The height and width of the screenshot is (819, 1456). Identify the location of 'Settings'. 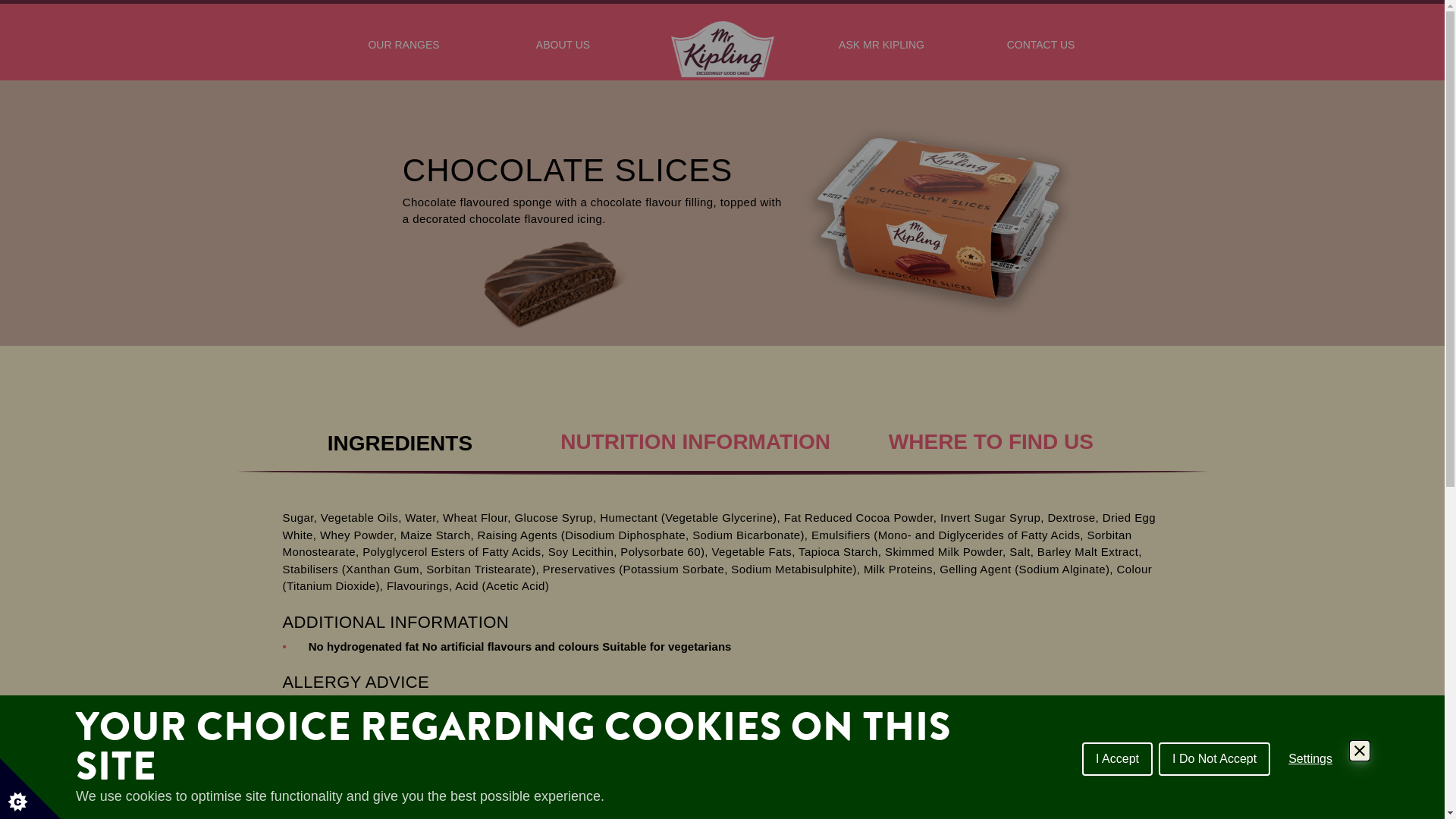
(1310, 758).